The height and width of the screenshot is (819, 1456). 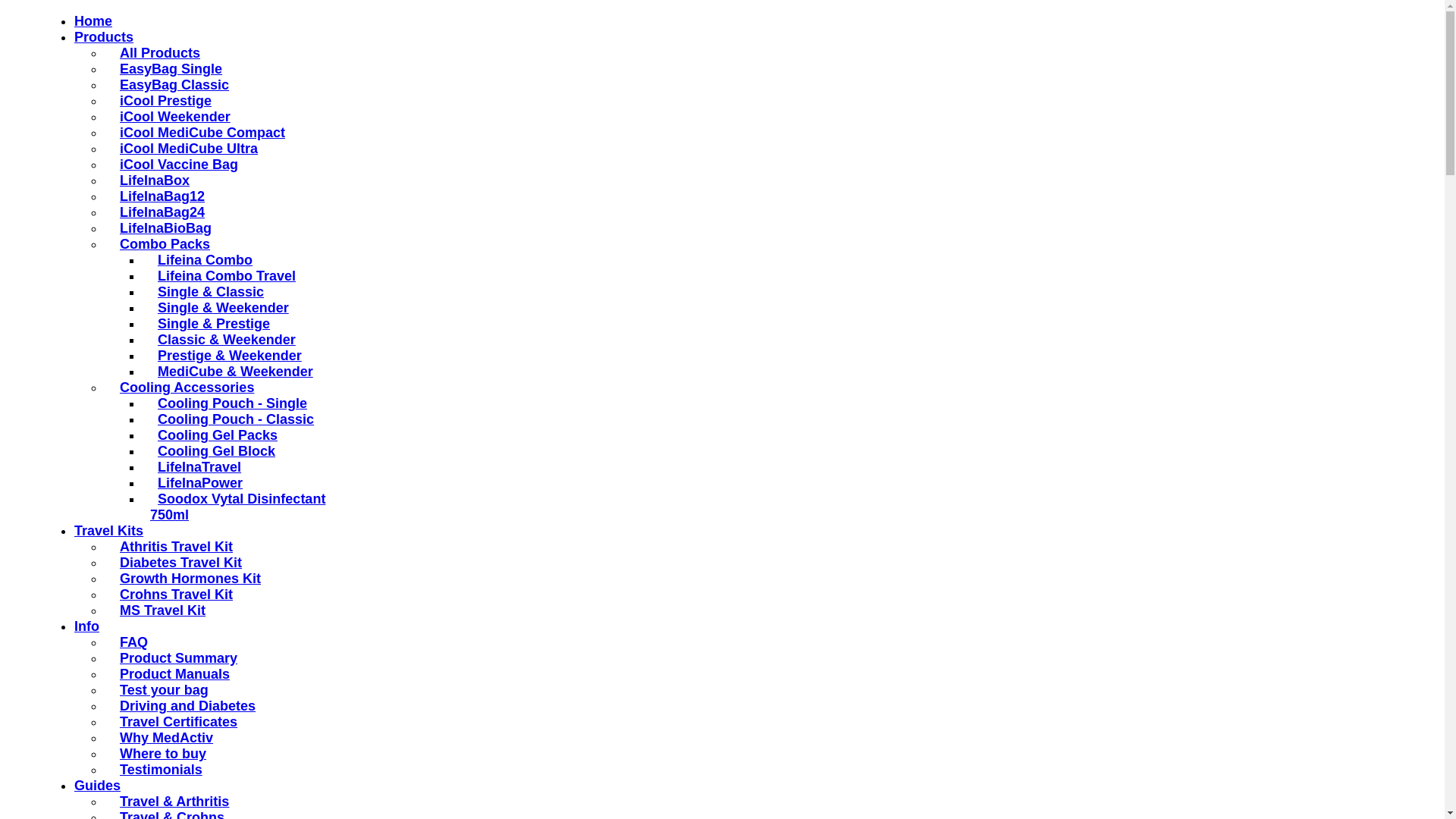 I want to click on 'MediCube & Weekender', so click(x=231, y=371).